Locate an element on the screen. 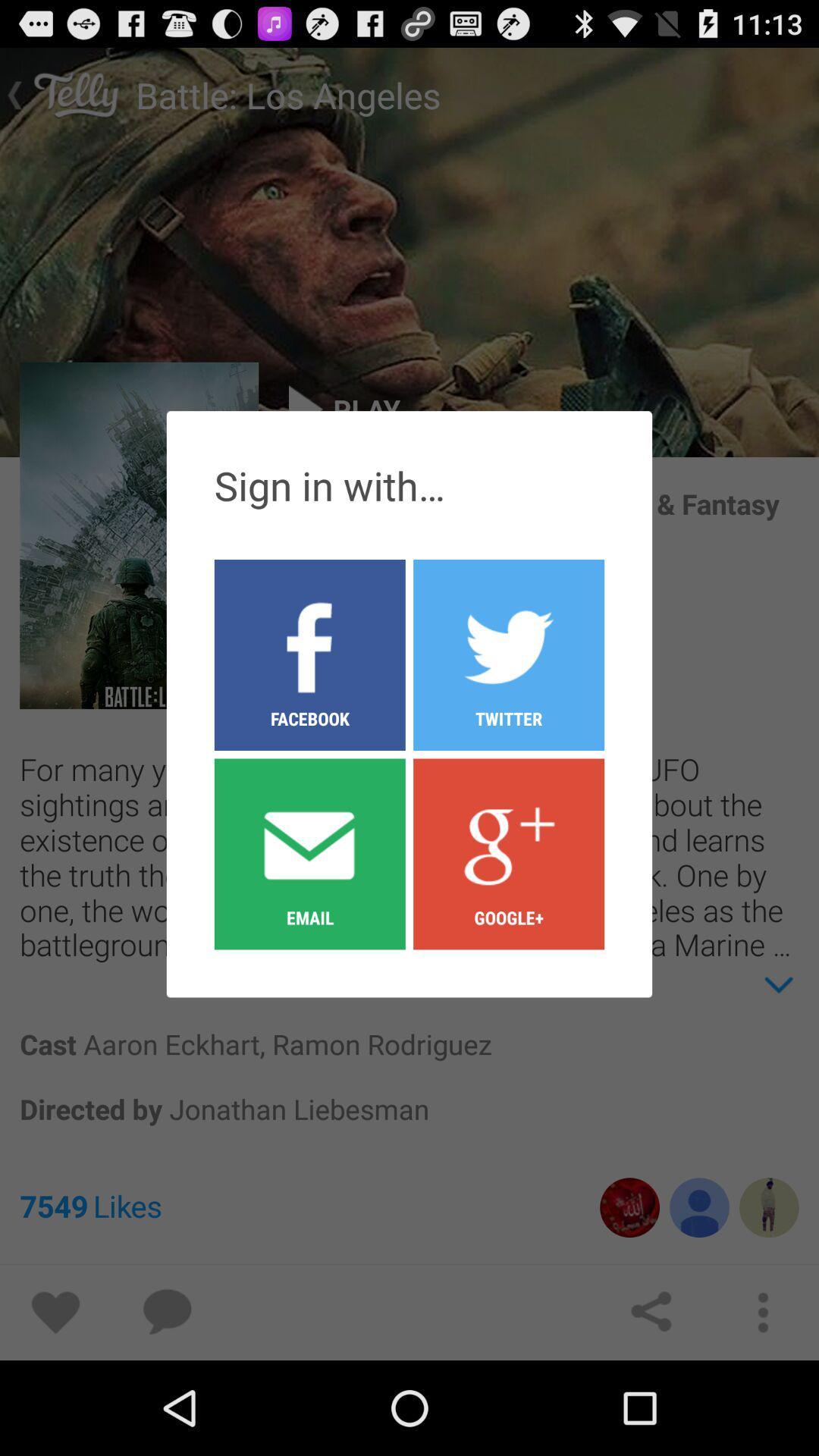  item to the right of the facebook icon is located at coordinates (509, 853).